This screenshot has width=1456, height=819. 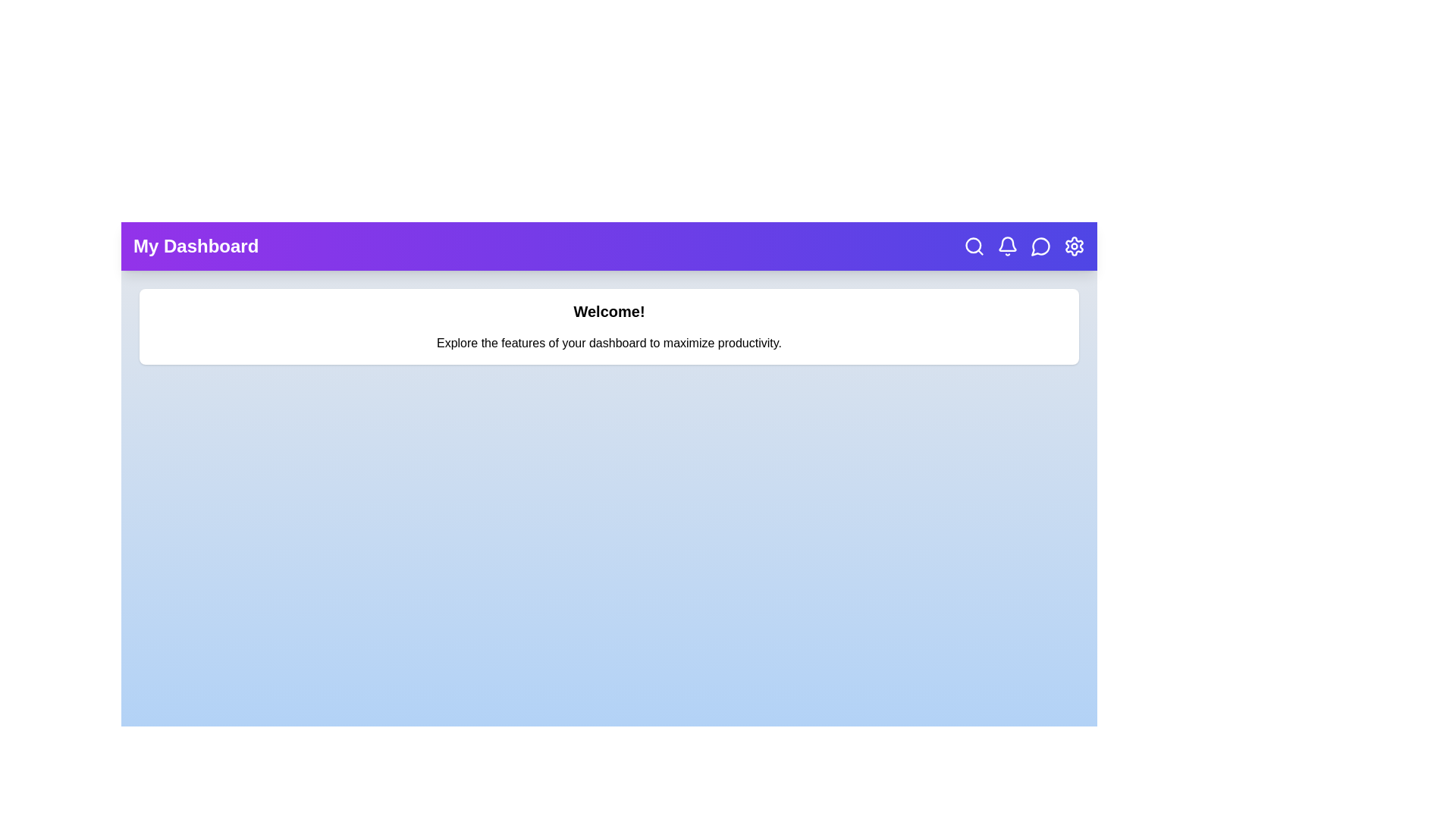 I want to click on the Messages button to perform its associated action, so click(x=1040, y=245).